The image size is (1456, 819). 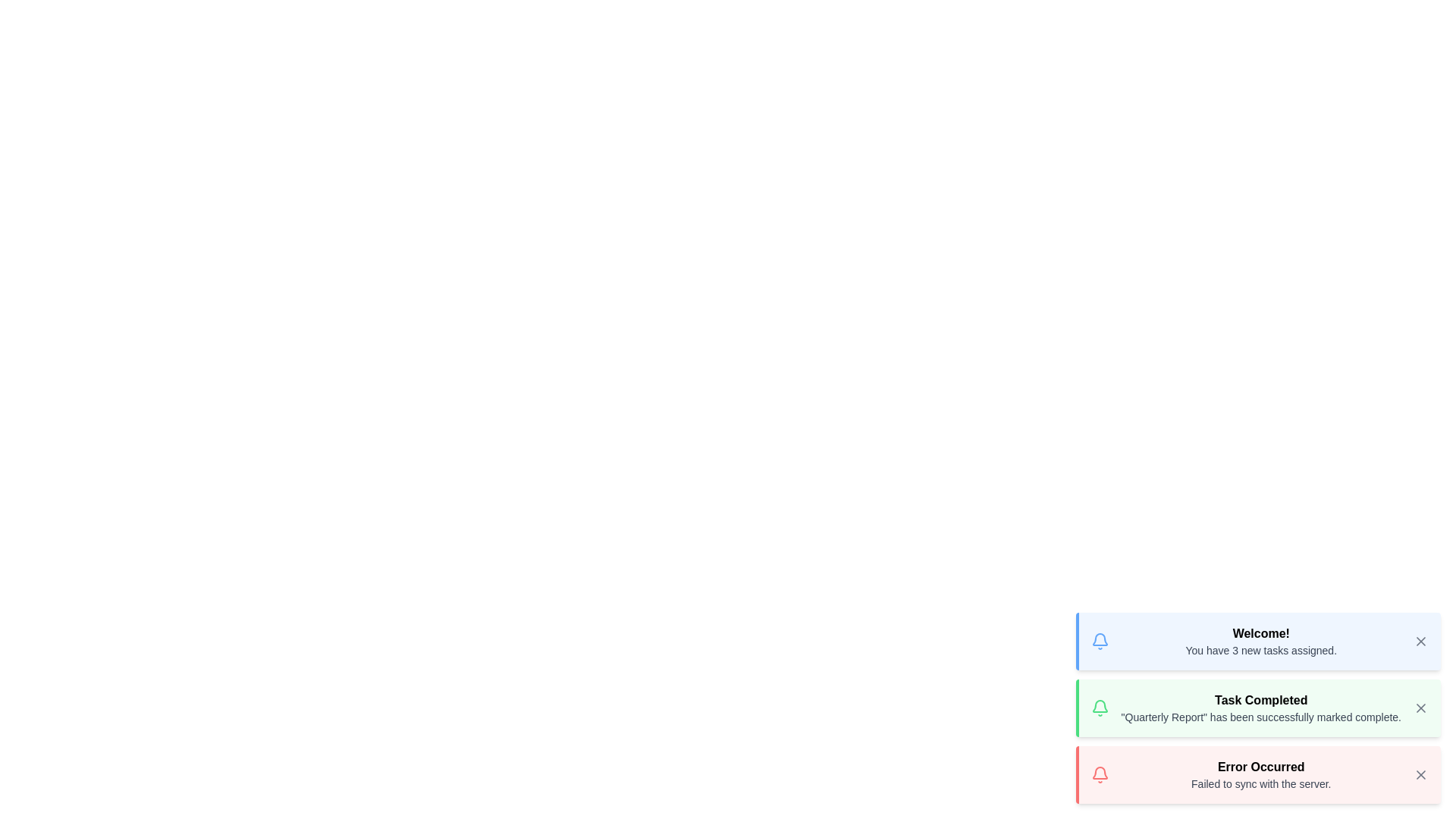 What do you see at coordinates (1261, 783) in the screenshot?
I see `the detailed error message text that provides information about a failure to synchronize with a server, located directly below the text 'Error Occurred'` at bounding box center [1261, 783].